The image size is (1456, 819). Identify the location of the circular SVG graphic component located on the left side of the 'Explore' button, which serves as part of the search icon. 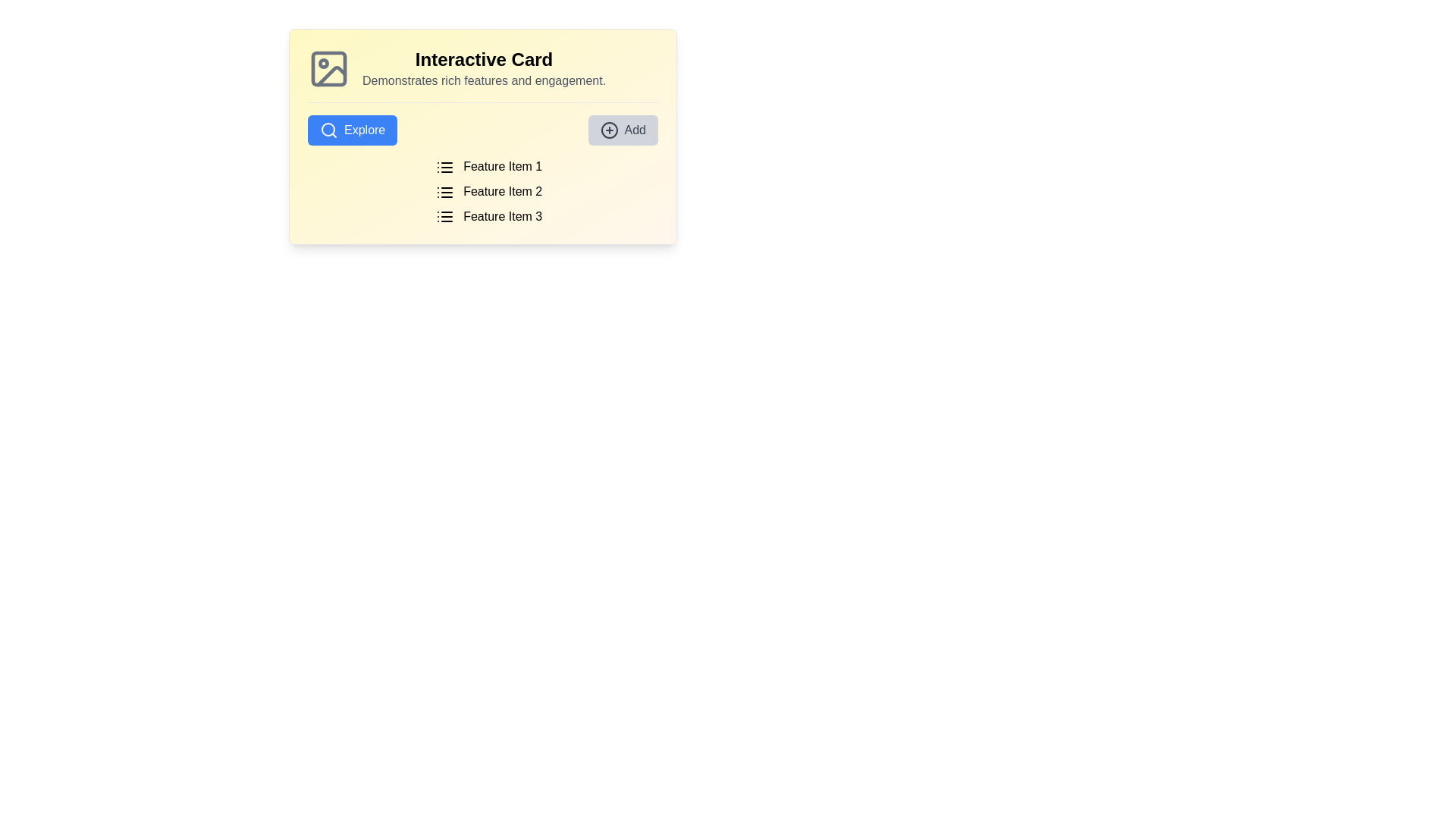
(327, 128).